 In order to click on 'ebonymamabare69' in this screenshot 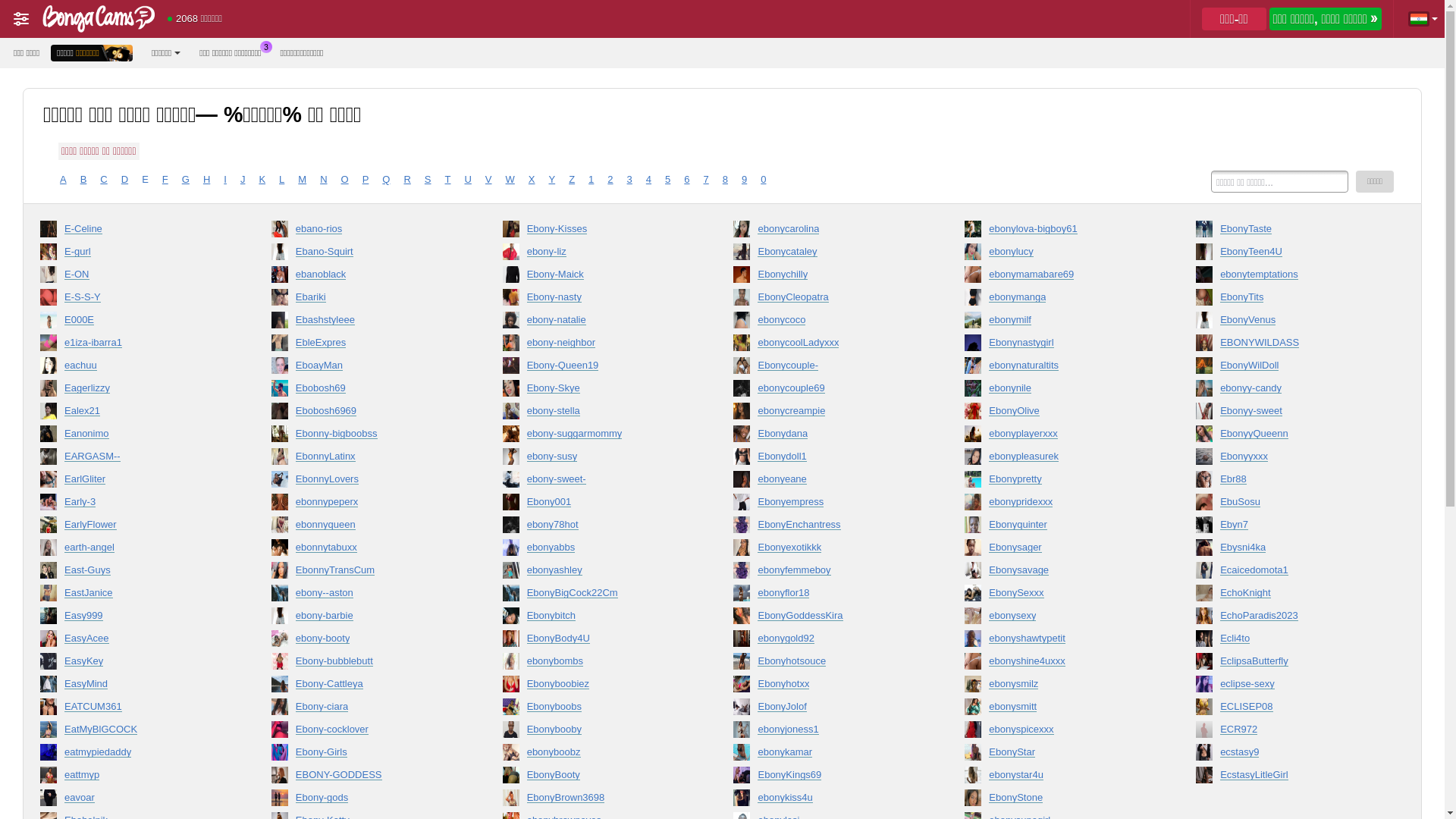, I will do `click(964, 278)`.